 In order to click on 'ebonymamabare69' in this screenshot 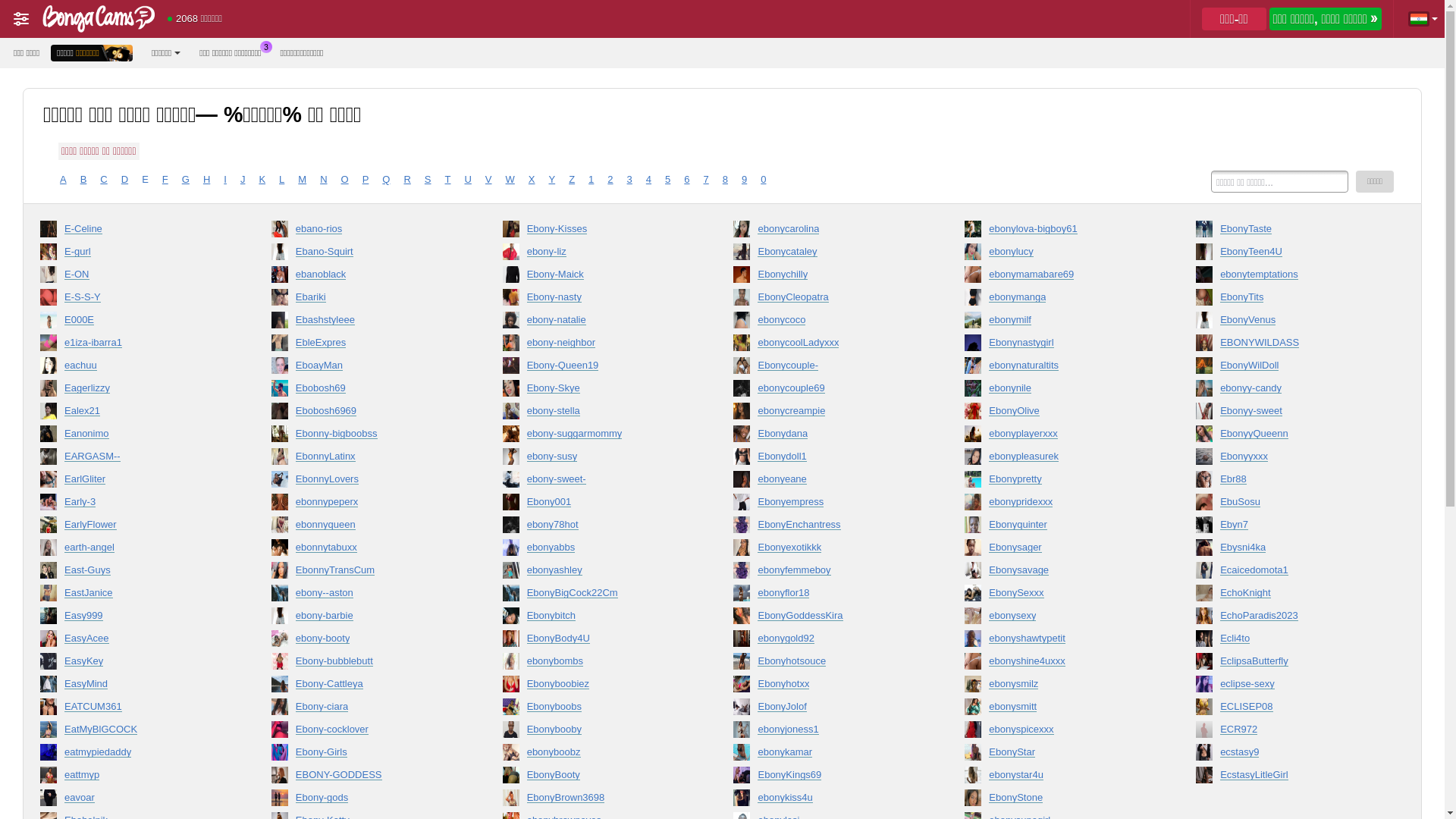, I will do `click(964, 278)`.